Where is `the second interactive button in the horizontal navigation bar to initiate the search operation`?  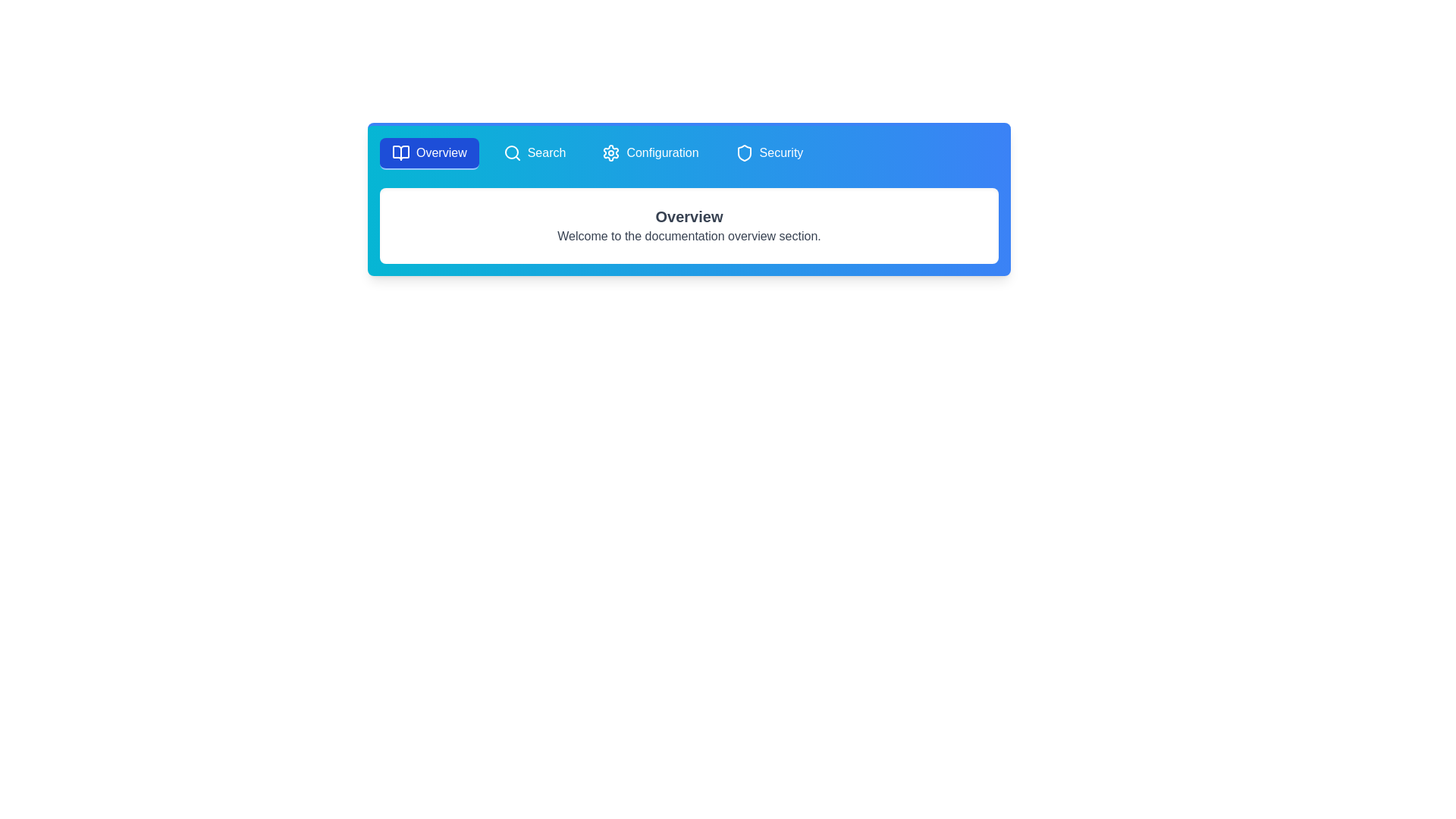 the second interactive button in the horizontal navigation bar to initiate the search operation is located at coordinates (535, 154).